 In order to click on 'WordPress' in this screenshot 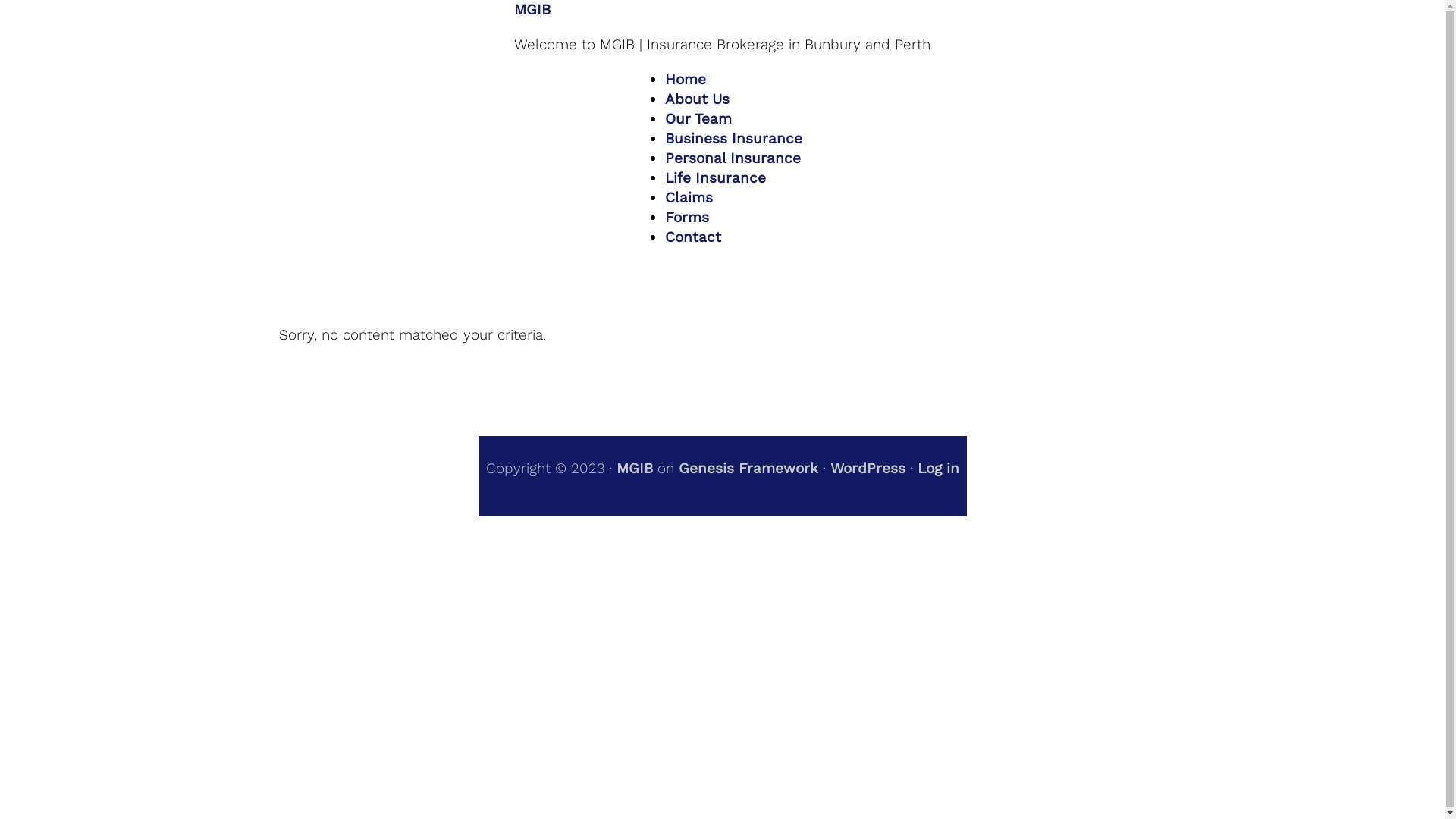, I will do `click(867, 467)`.